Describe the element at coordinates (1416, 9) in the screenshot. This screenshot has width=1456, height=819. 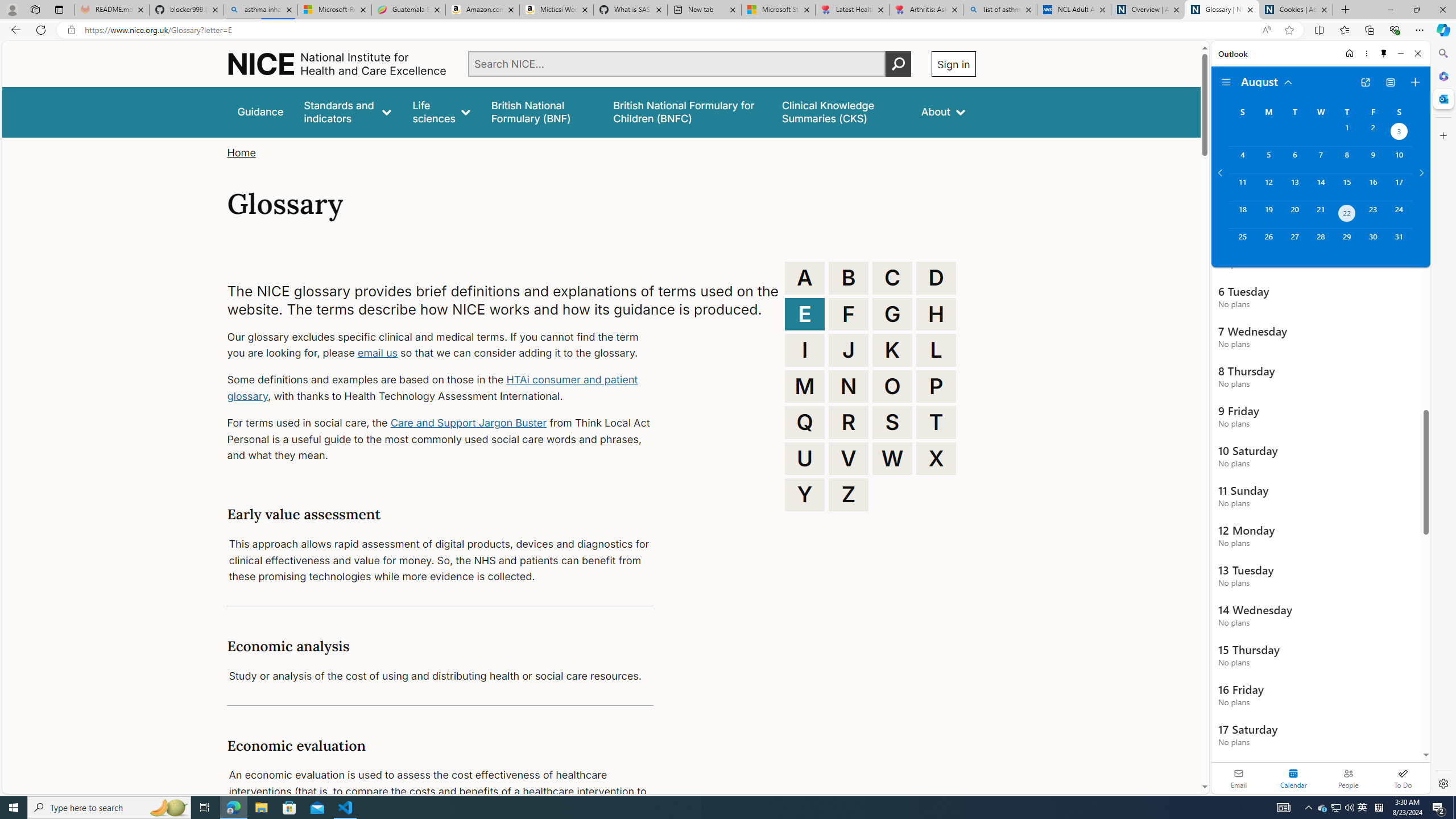
I see `'Restore'` at that location.